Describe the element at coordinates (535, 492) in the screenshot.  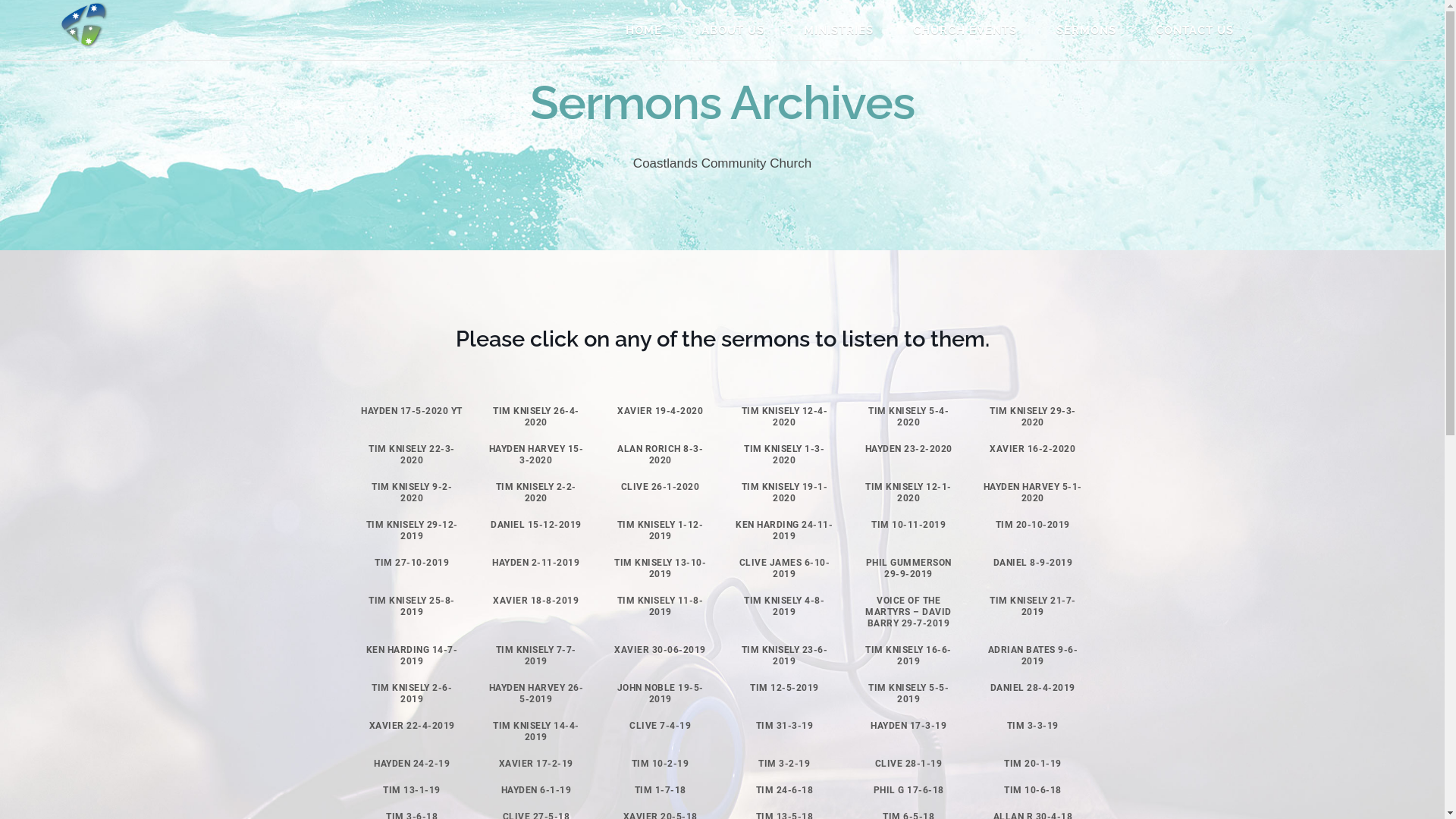
I see `'TIM KNISELY 2-2-2020'` at that location.